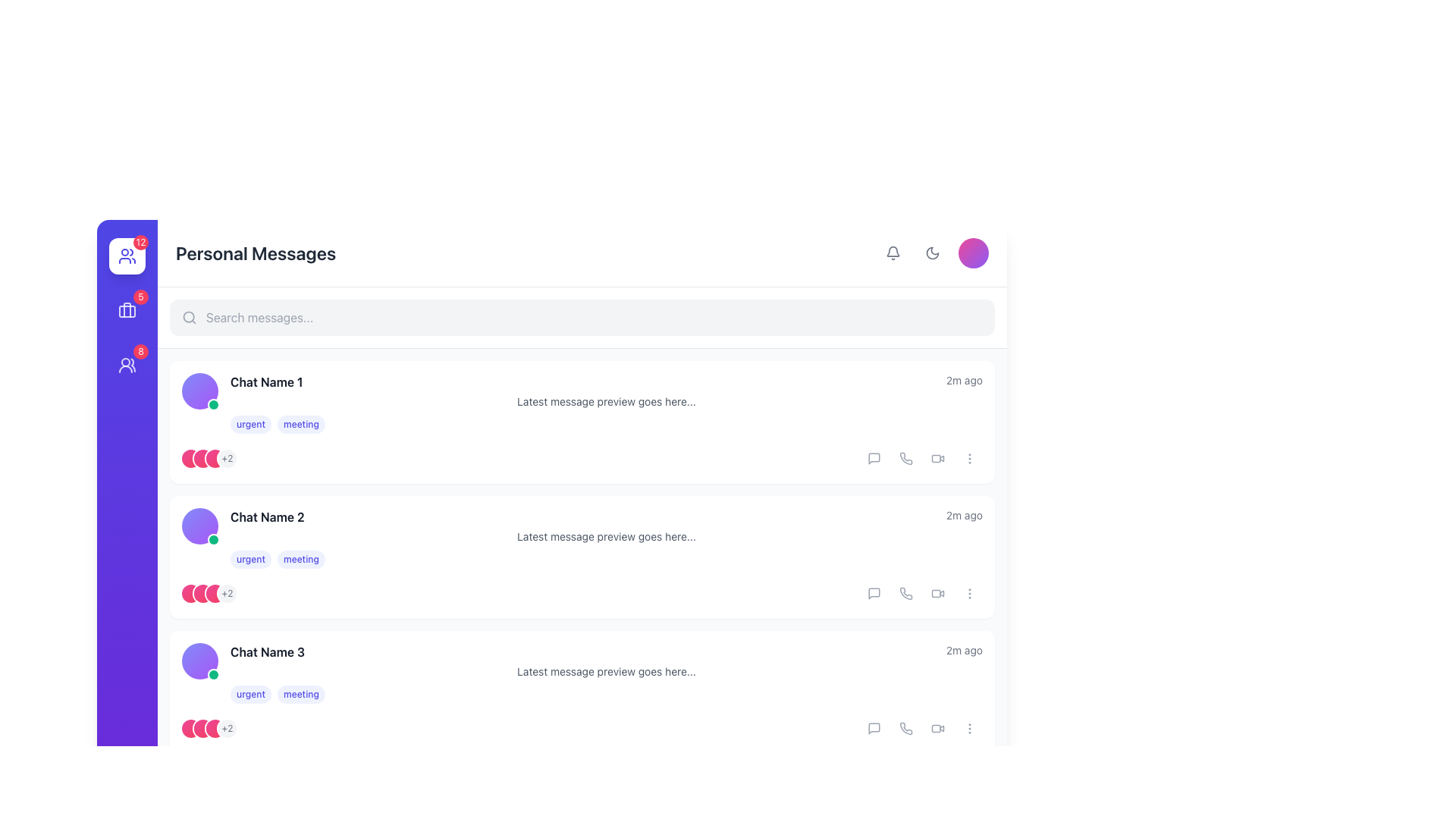 This screenshot has height=819, width=1456. I want to click on the vertical ellipsis icon consisting of three vertically aligned circles styled in gray, so click(968, 727).